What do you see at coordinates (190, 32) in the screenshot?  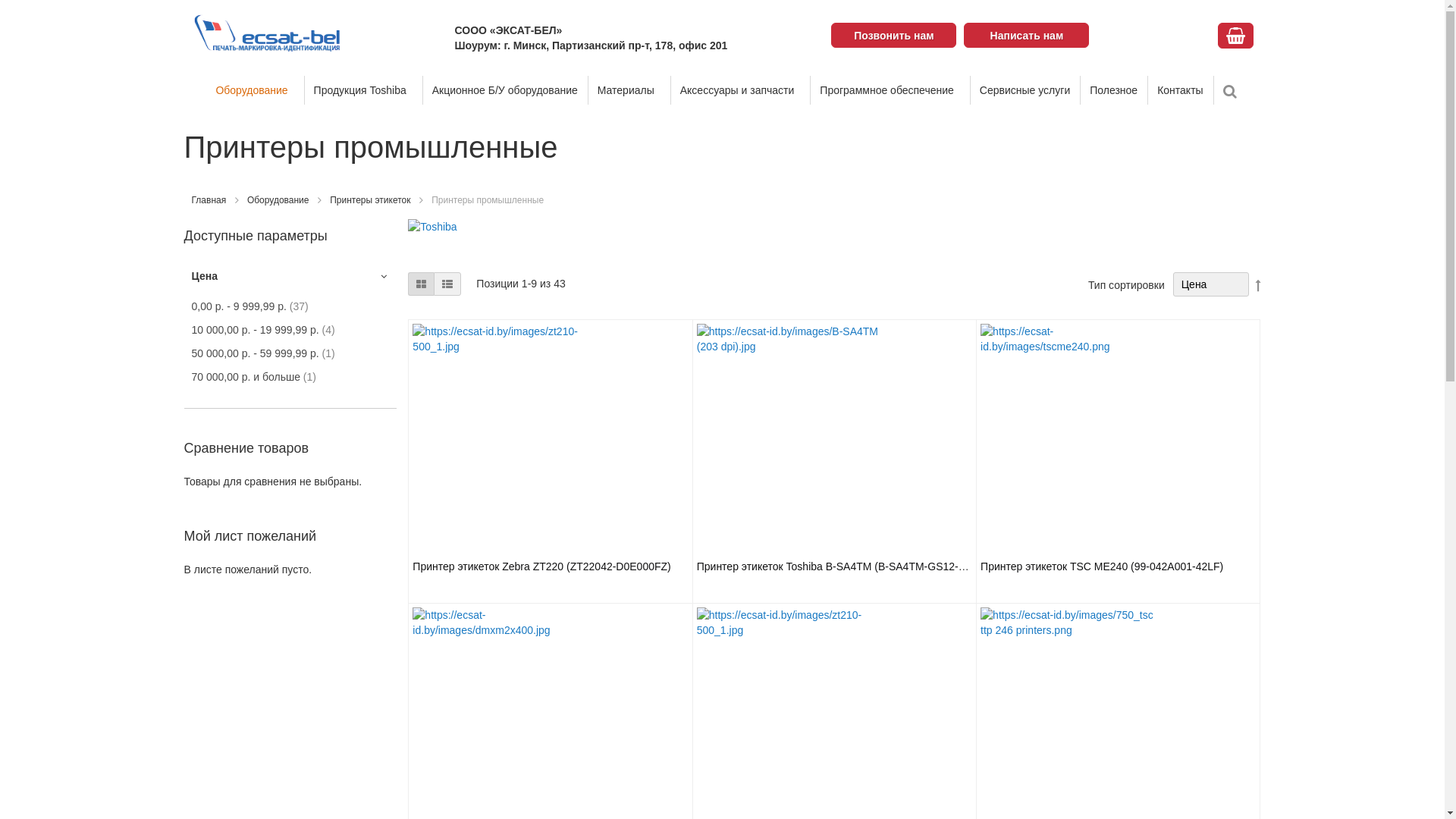 I see `'Ecsat-bel'` at bounding box center [190, 32].